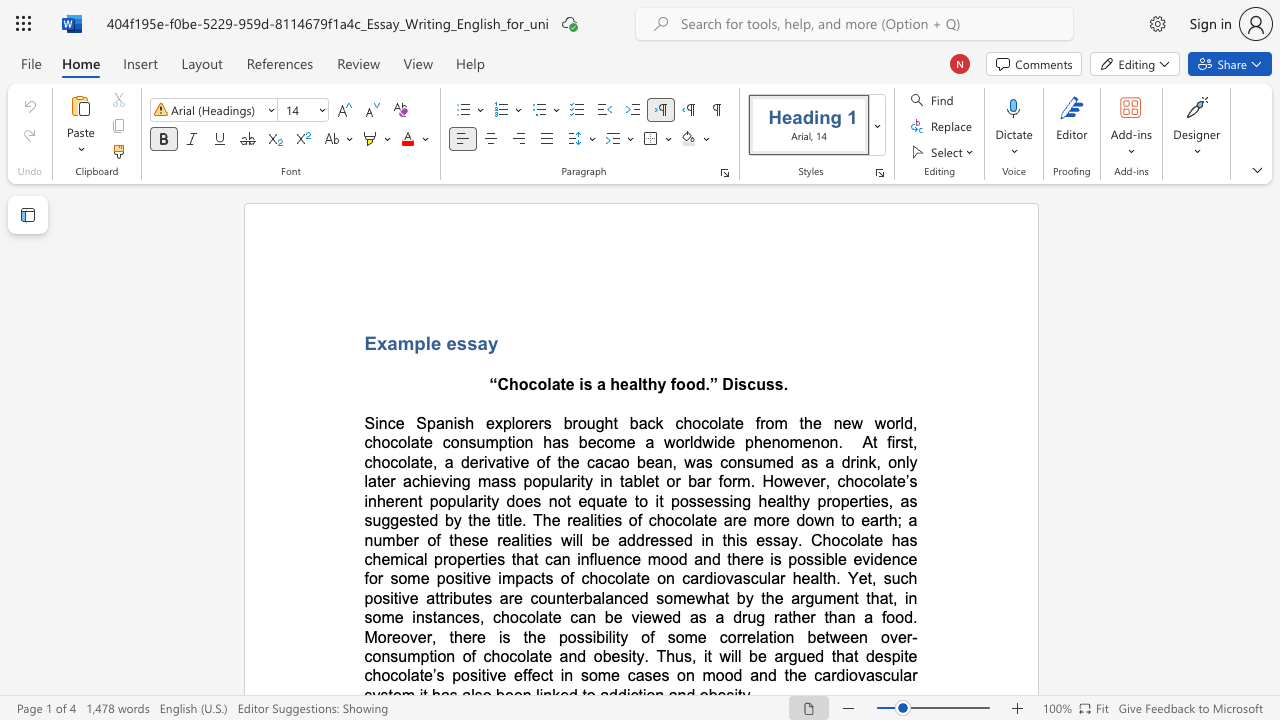  Describe the element at coordinates (364, 342) in the screenshot. I see `the subset text "Example ess" within the text "Example essay"` at that location.